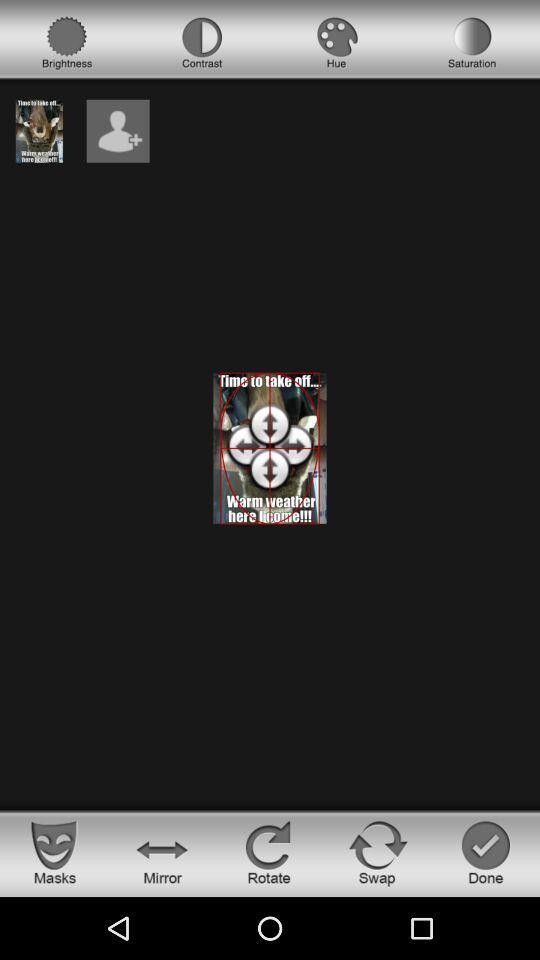  Describe the element at coordinates (378, 851) in the screenshot. I see `the refresh icon` at that location.